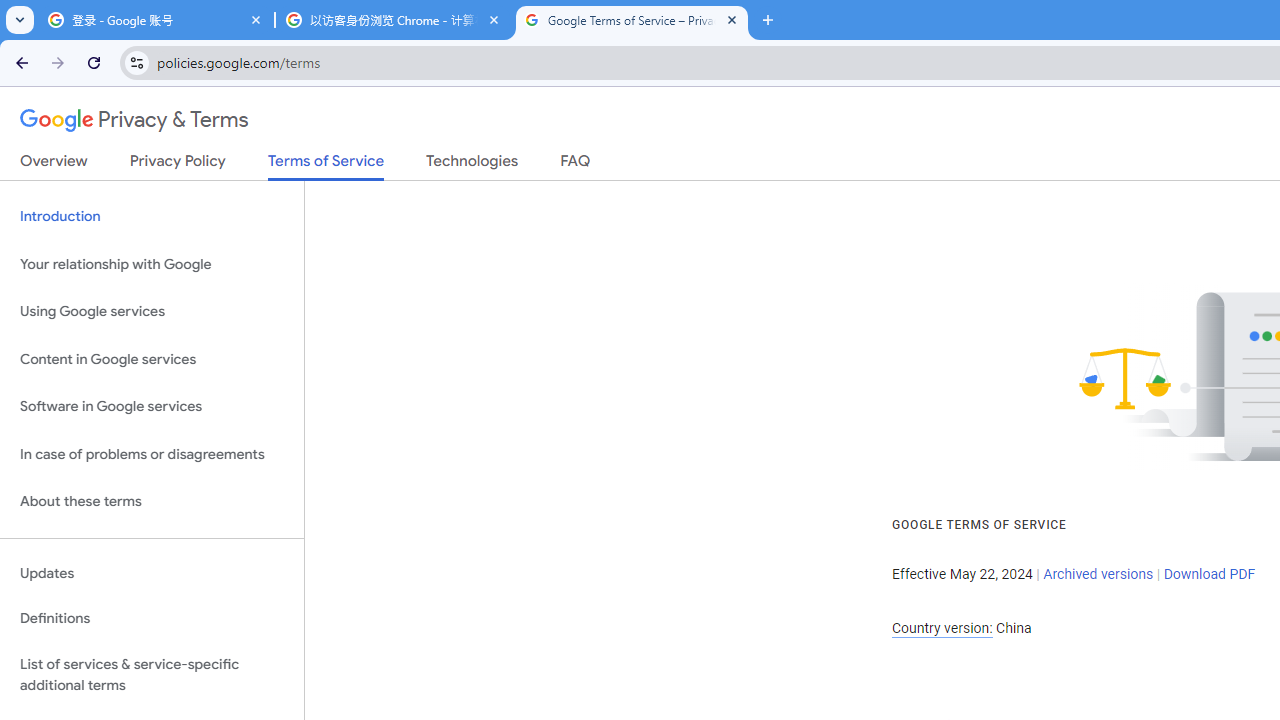 The width and height of the screenshot is (1280, 720). I want to click on 'Download PDF', so click(1208, 574).